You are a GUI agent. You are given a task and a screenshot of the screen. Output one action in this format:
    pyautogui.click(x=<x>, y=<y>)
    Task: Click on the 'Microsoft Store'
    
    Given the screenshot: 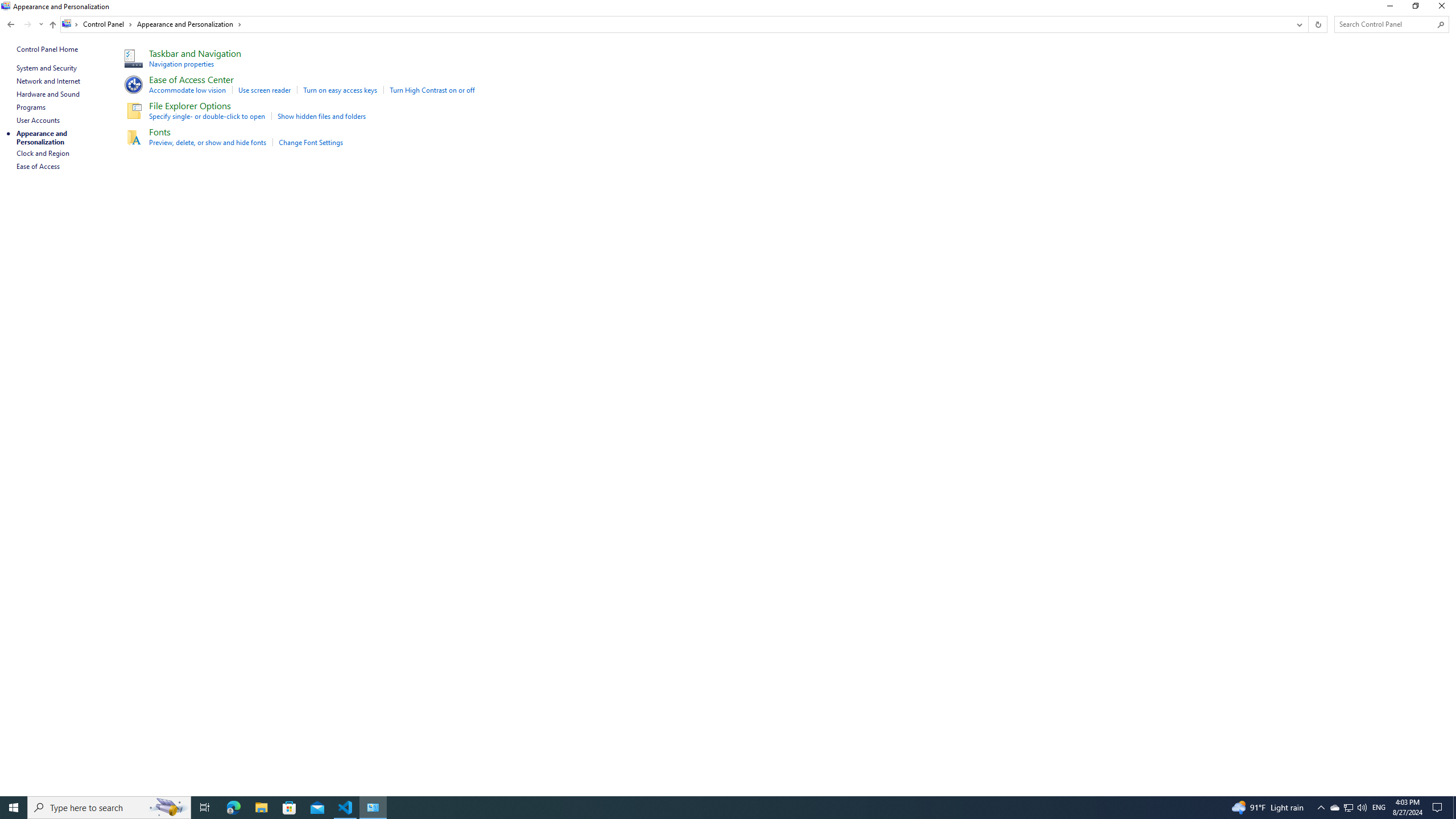 What is the action you would take?
    pyautogui.click(x=289, y=806)
    